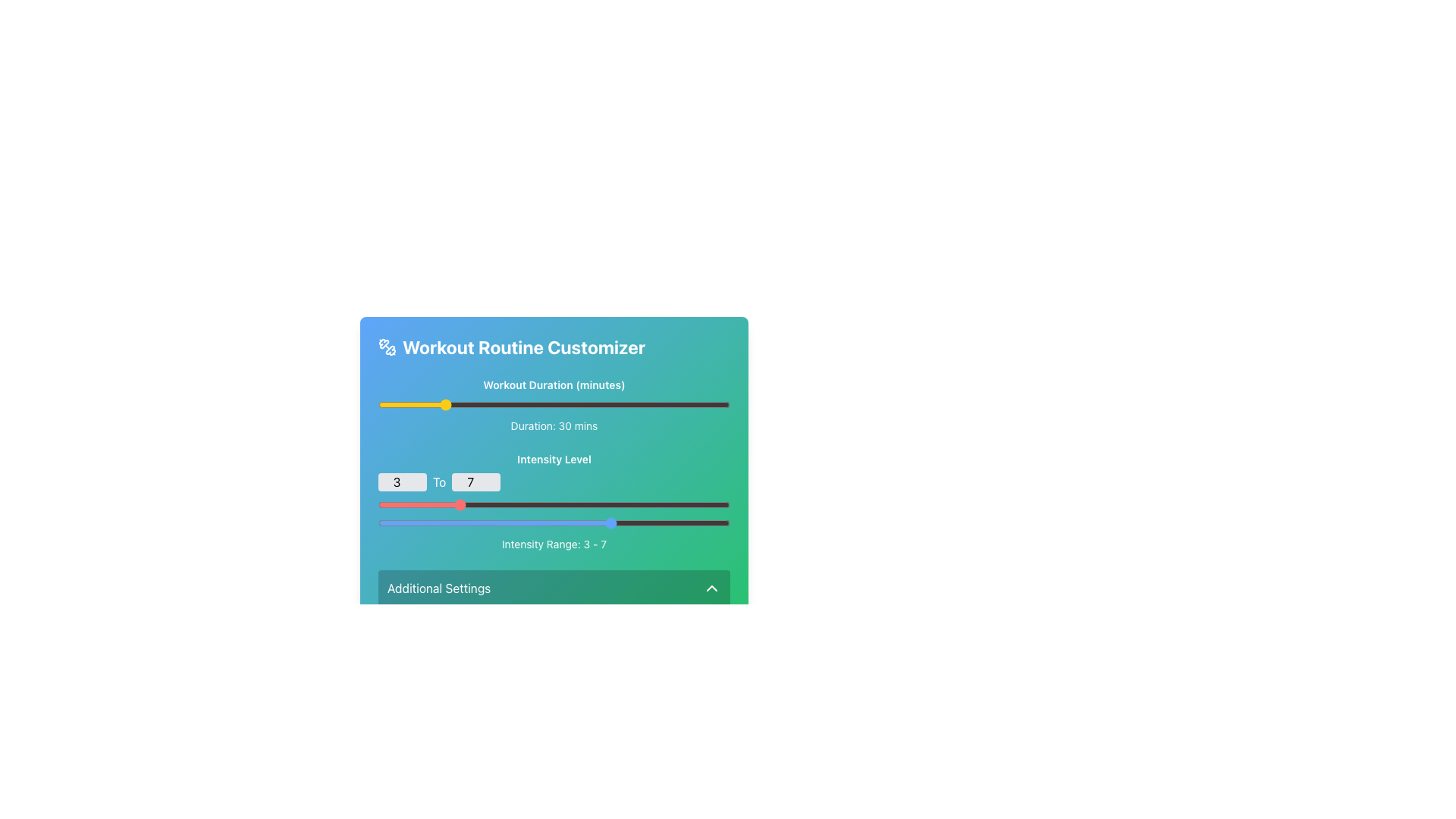 This screenshot has width=1456, height=819. What do you see at coordinates (438, 587) in the screenshot?
I see `the 'Additional Settings' label, which is displayed against a greenish-blue background with white rounded font, located near the bottom of the interface` at bounding box center [438, 587].